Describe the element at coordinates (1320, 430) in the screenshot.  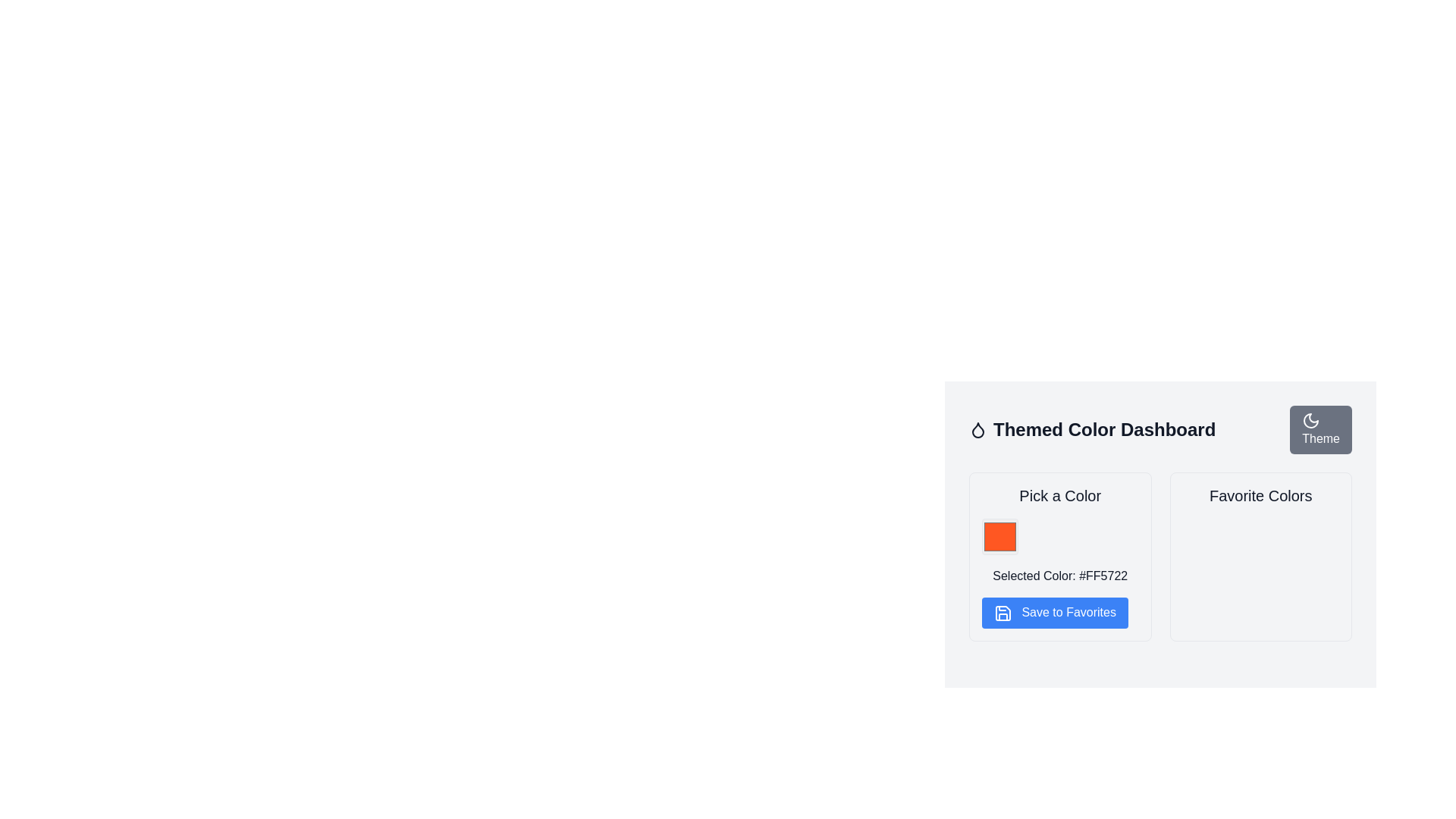
I see `the gray button labeled 'Theme' located in the top-right corner of the interface` at that location.